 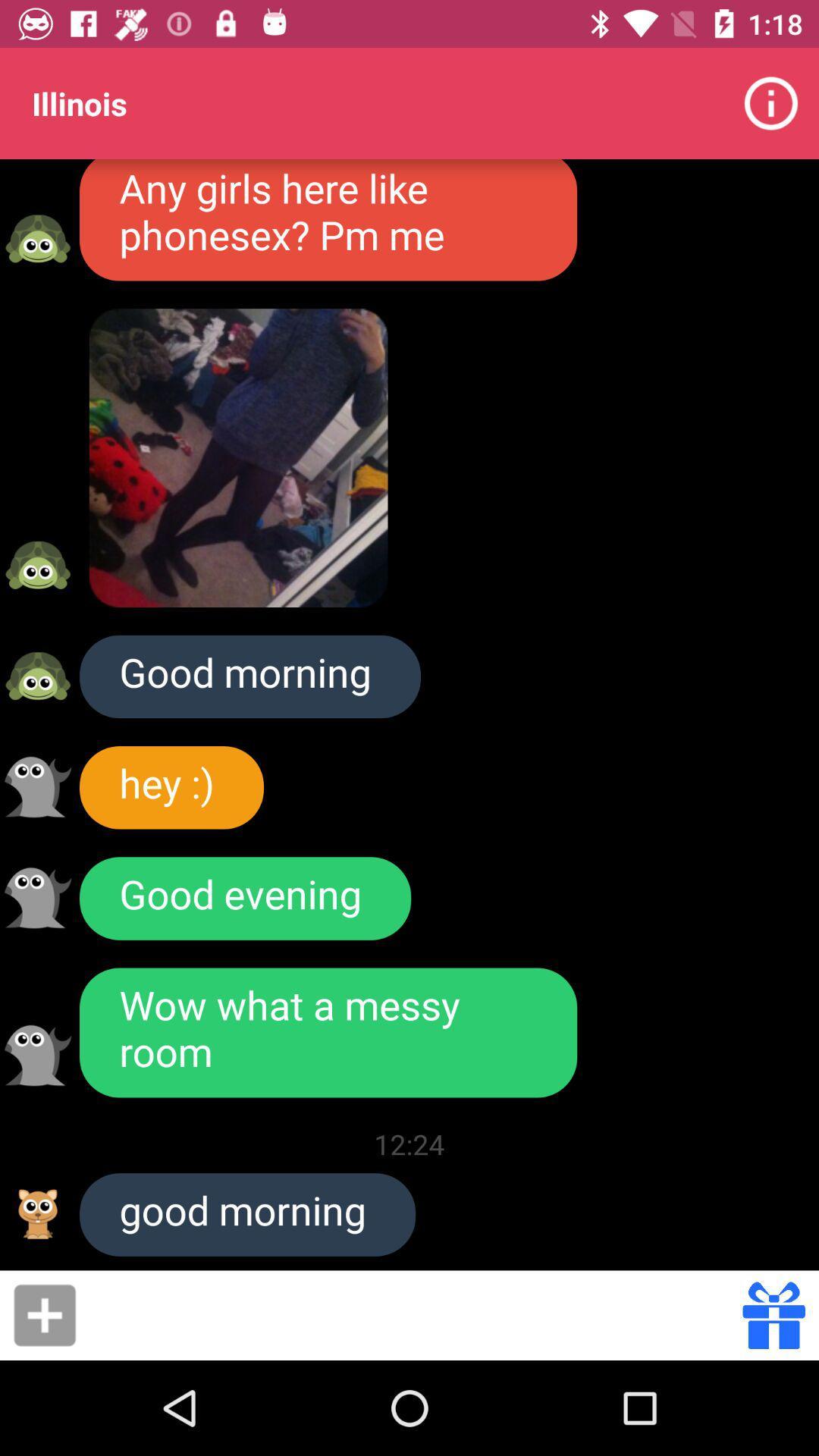 What do you see at coordinates (44, 1314) in the screenshot?
I see `person` at bounding box center [44, 1314].